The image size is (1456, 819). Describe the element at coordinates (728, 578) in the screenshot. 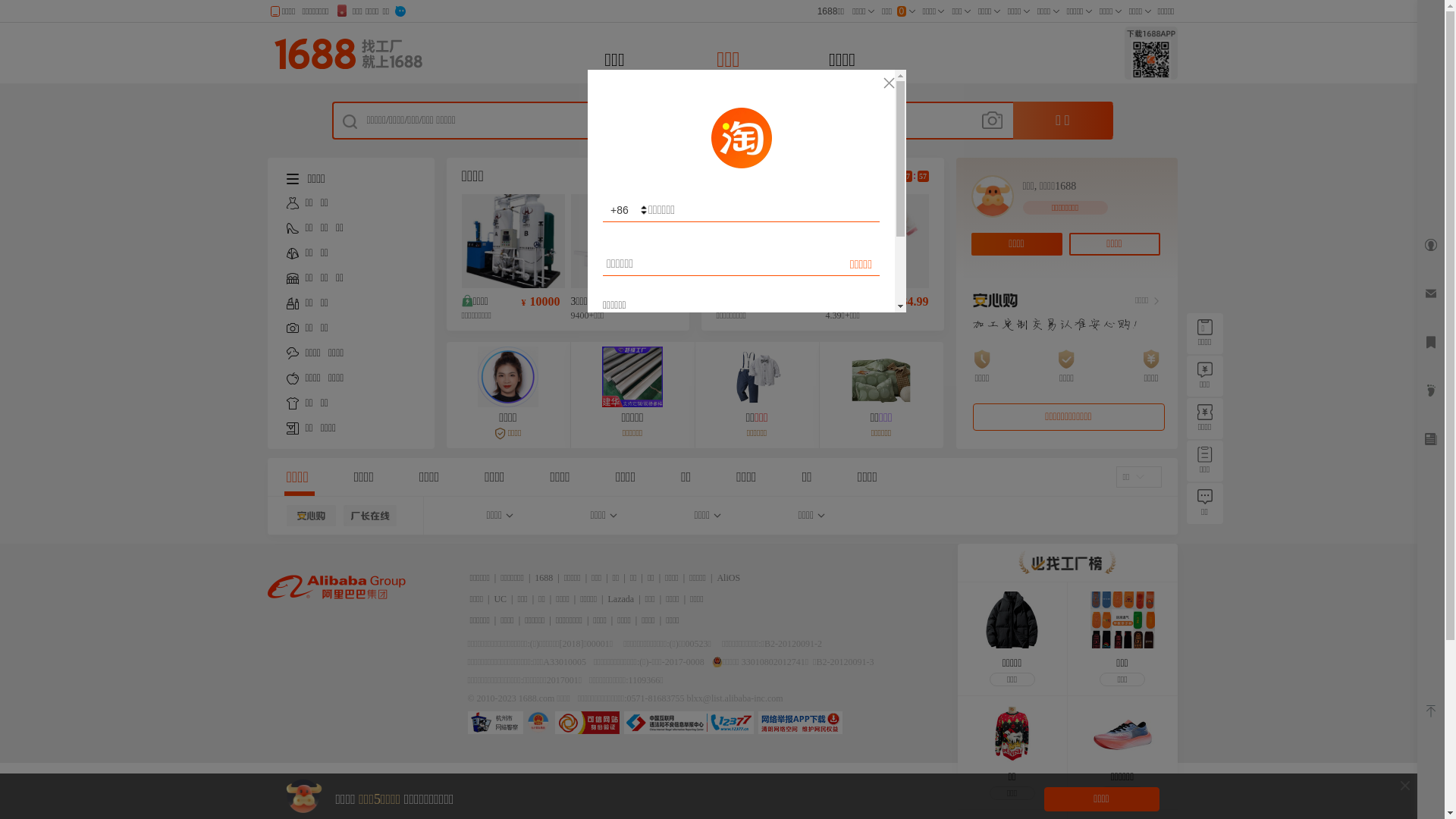

I see `'AliOS'` at that location.